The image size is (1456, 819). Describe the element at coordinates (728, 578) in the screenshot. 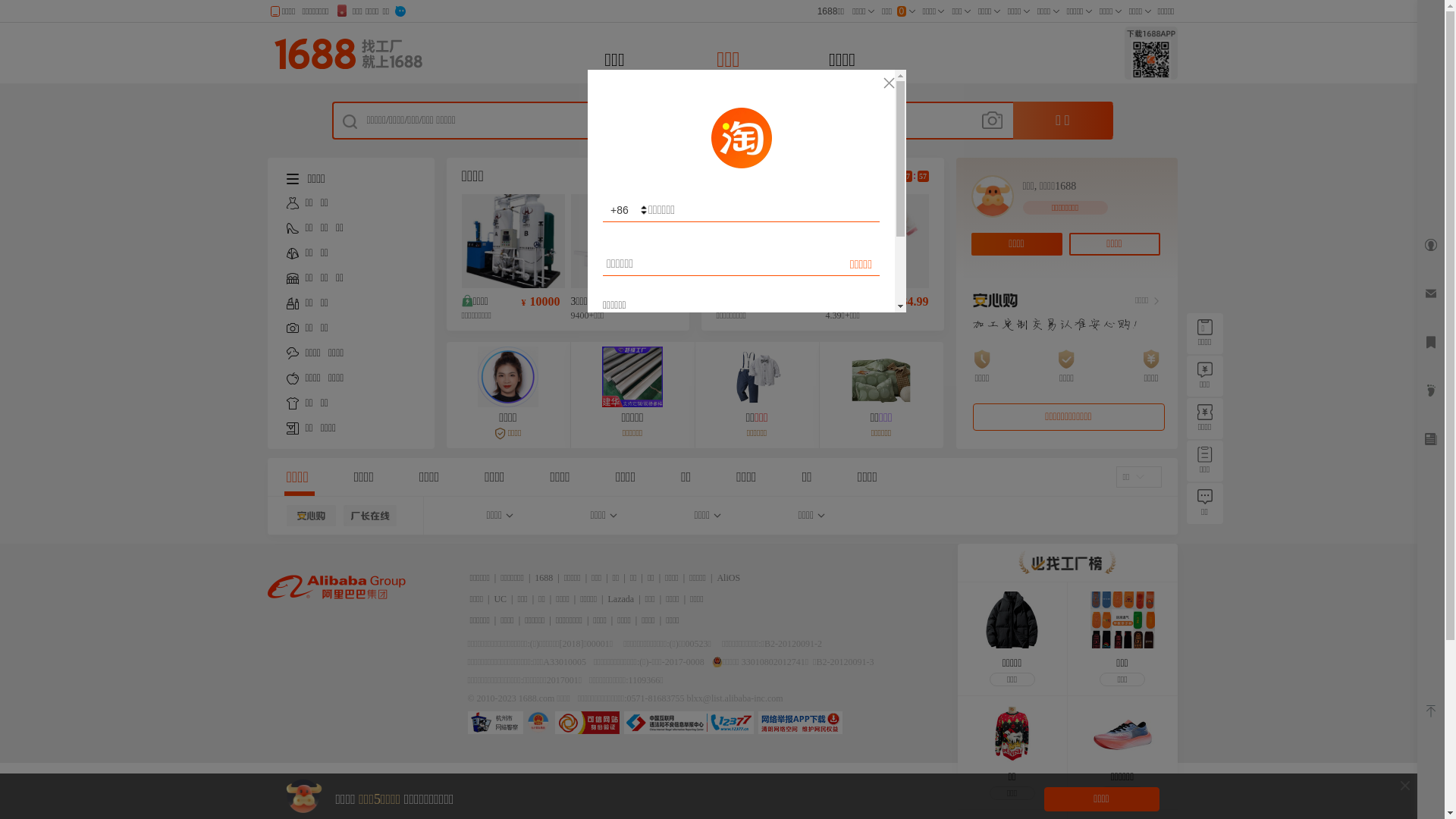

I see `'AliOS'` at that location.